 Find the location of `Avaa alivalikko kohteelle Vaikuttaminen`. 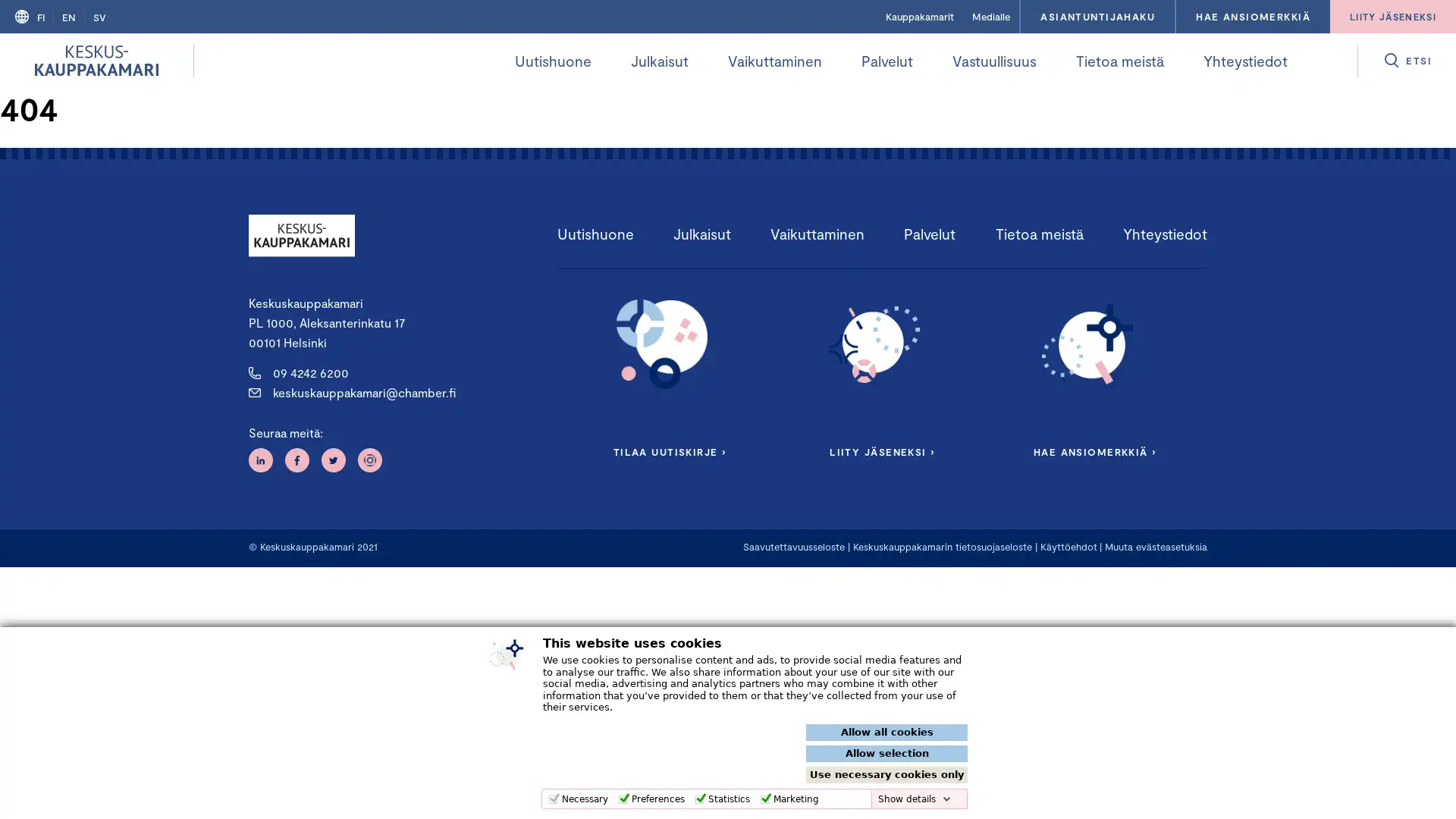

Avaa alivalikko kohteelle Vaikuttaminen is located at coordinates (835, 73).